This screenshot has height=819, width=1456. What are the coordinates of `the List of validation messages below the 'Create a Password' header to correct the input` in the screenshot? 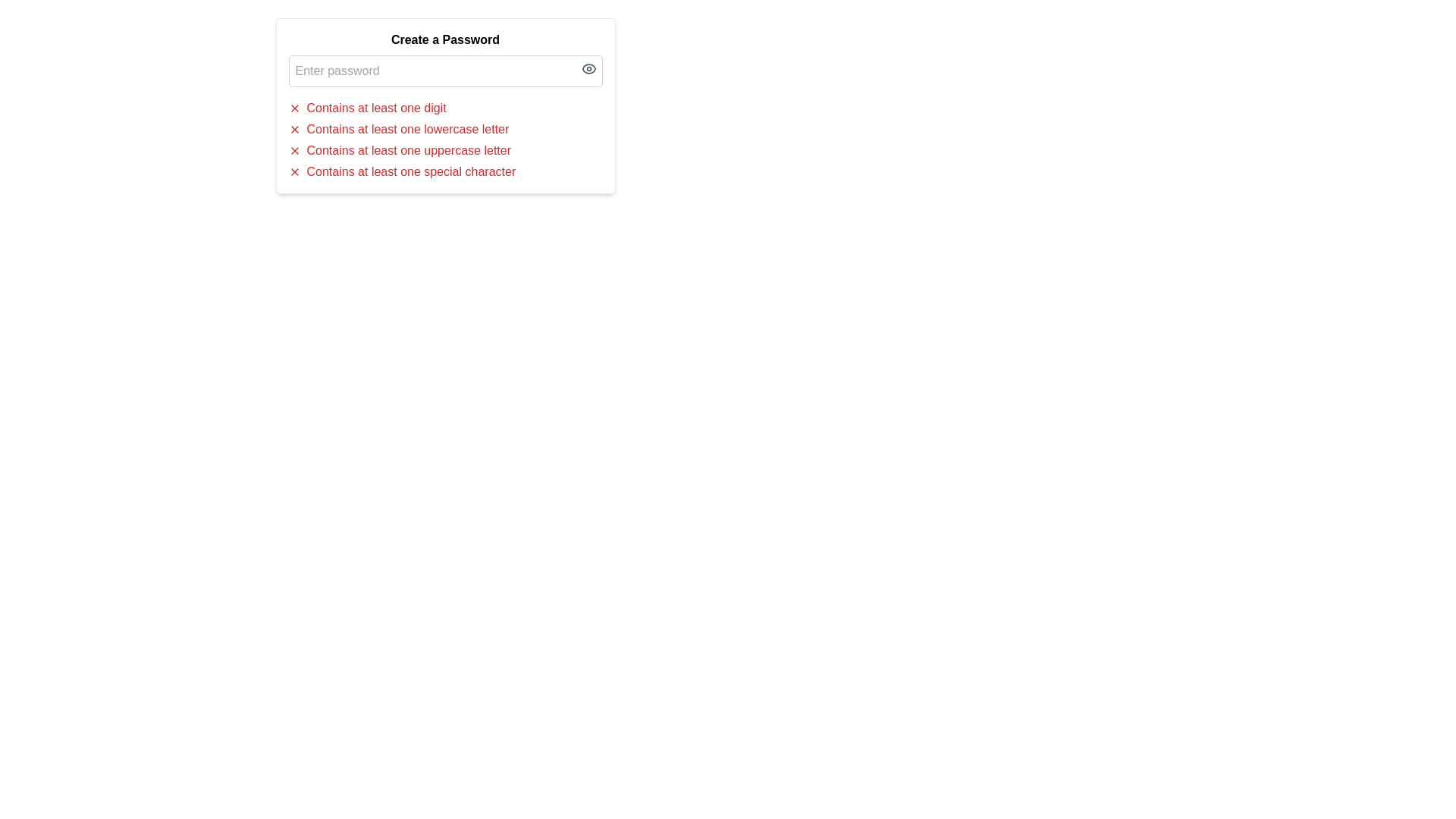 It's located at (444, 140).